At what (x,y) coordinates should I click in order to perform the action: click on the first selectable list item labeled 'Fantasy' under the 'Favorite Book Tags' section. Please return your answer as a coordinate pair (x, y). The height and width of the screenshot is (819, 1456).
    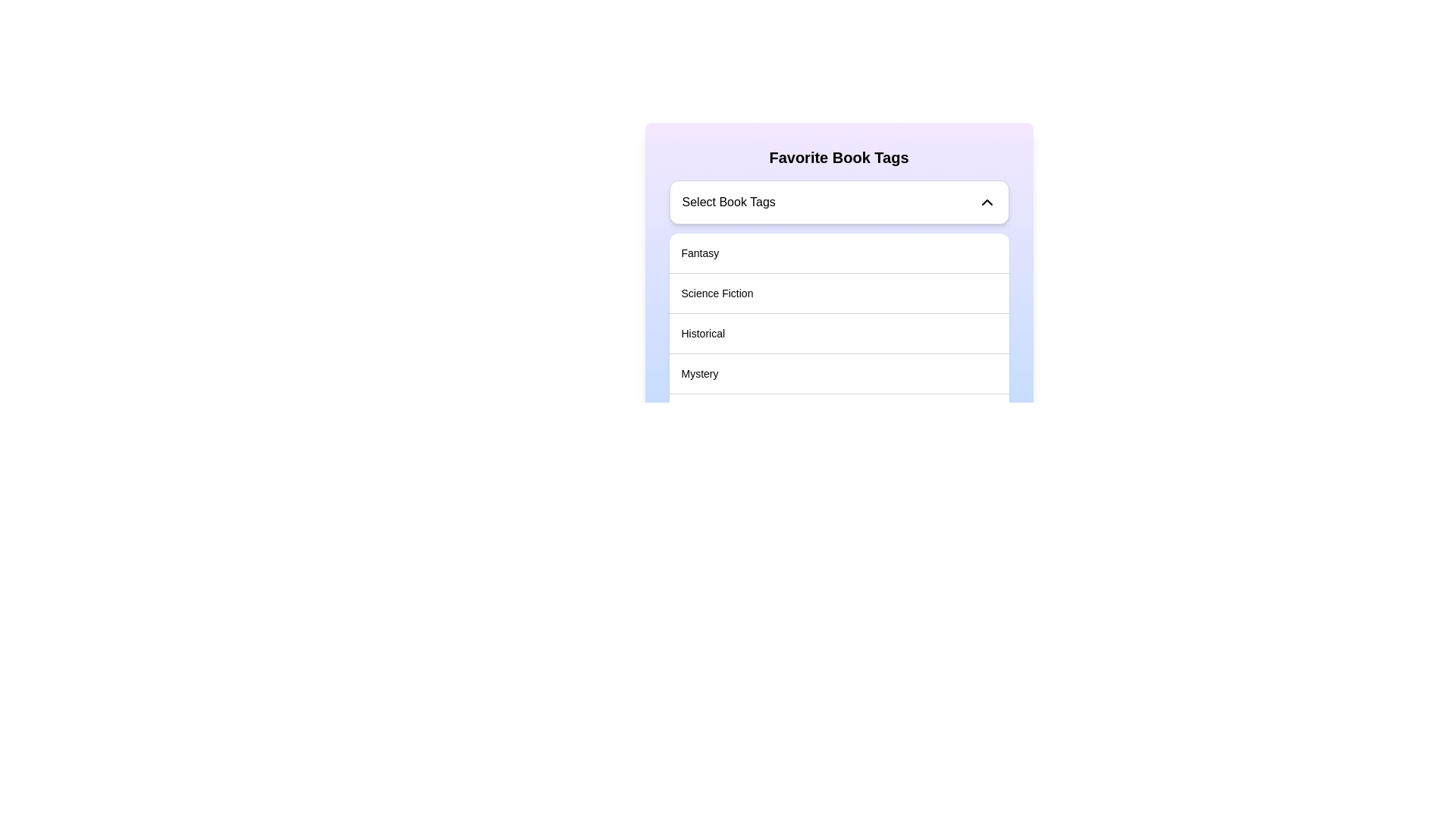
    Looking at the image, I should click on (838, 253).